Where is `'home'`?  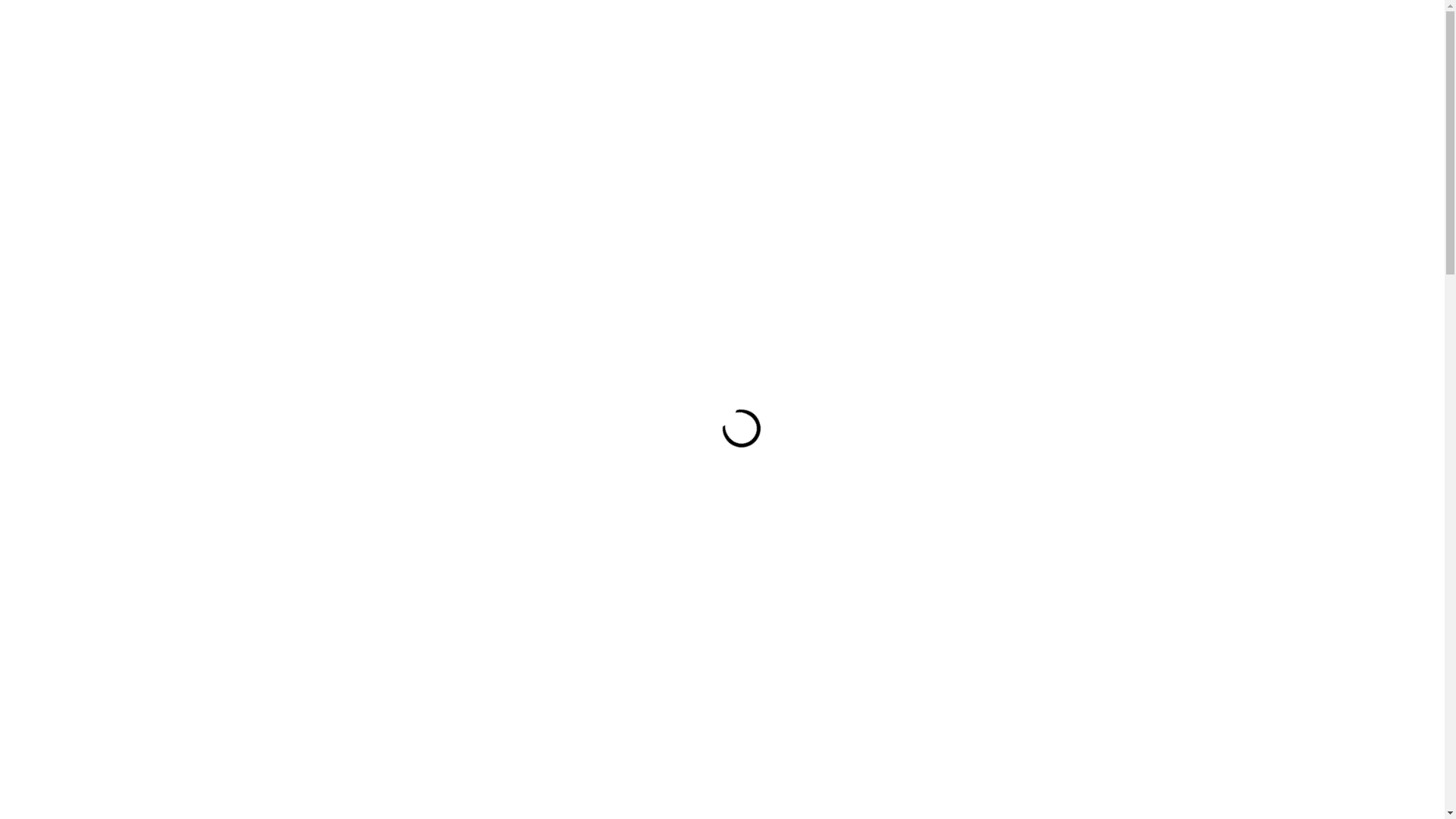
'home' is located at coordinates (304, 356).